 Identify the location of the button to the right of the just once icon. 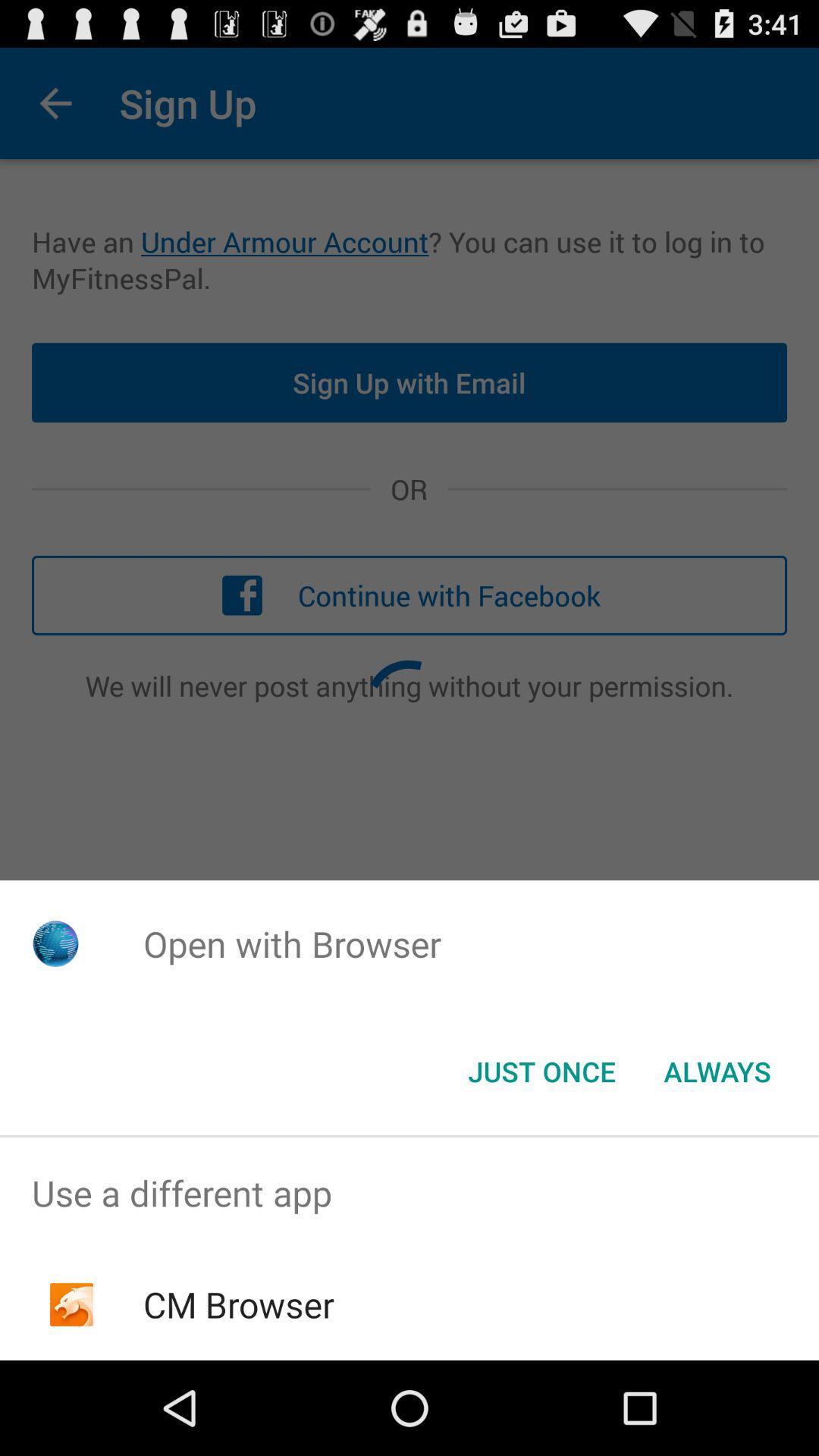
(717, 1070).